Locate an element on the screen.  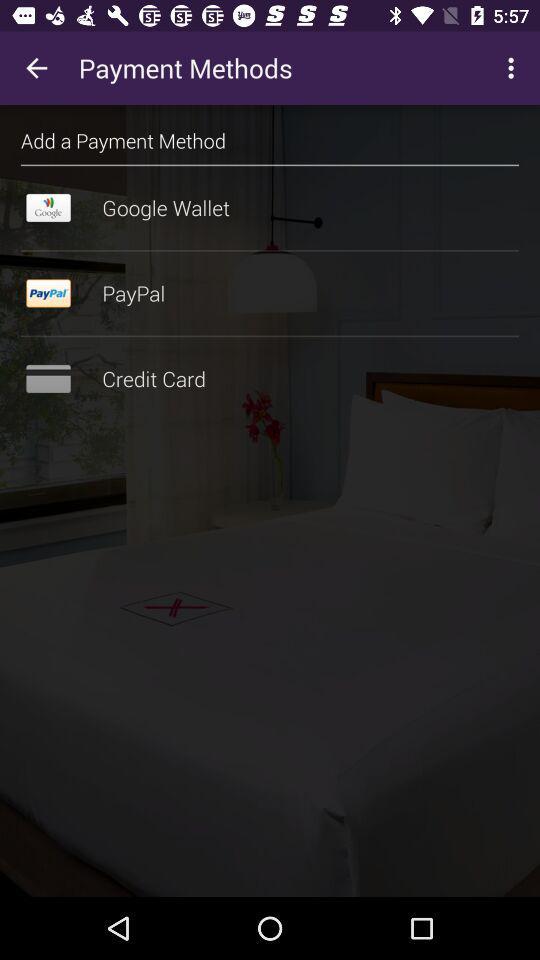
icon below the add a payment icon is located at coordinates (270, 164).